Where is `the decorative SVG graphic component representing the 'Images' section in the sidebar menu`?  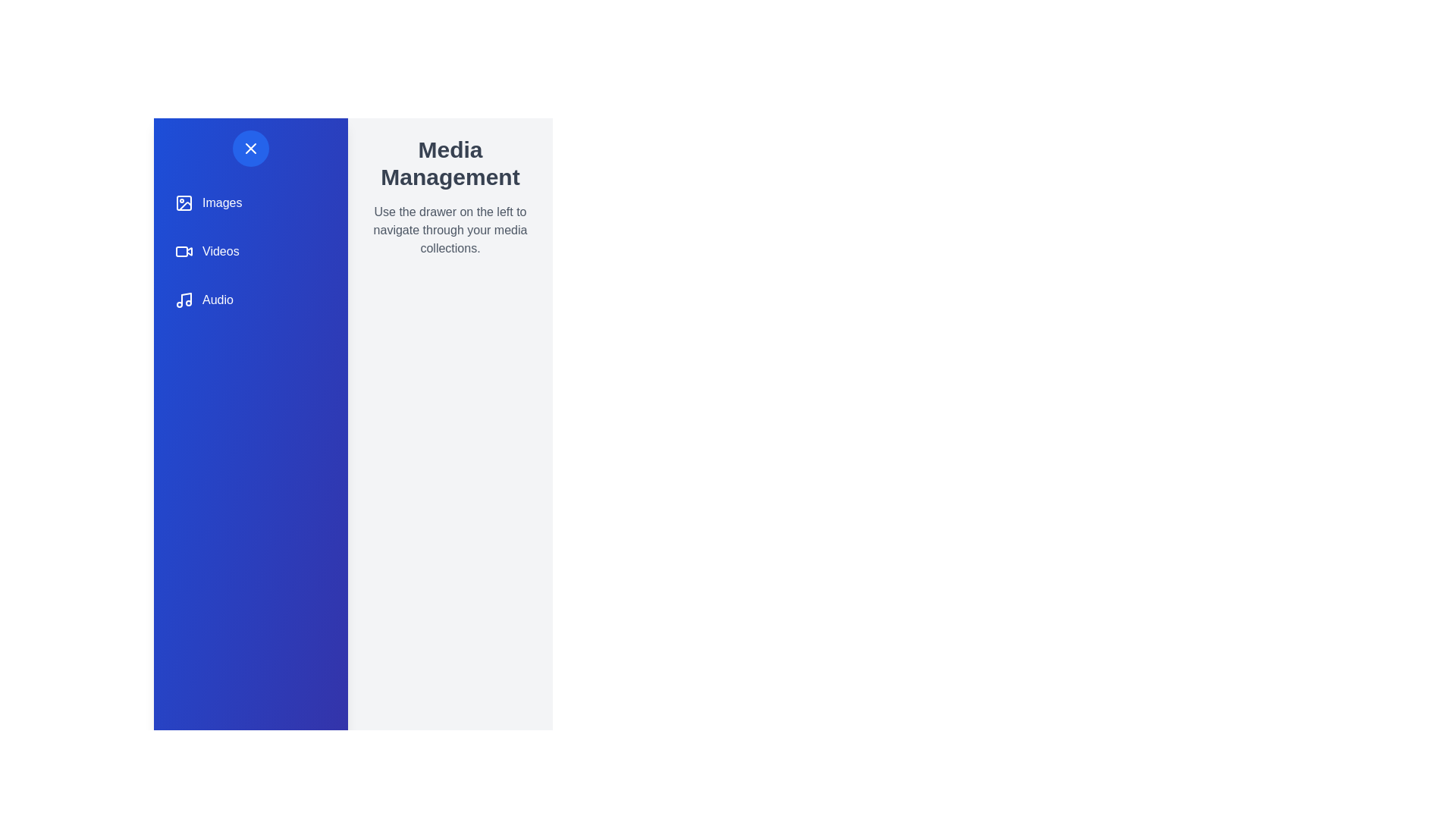
the decorative SVG graphic component representing the 'Images' section in the sidebar menu is located at coordinates (184, 202).